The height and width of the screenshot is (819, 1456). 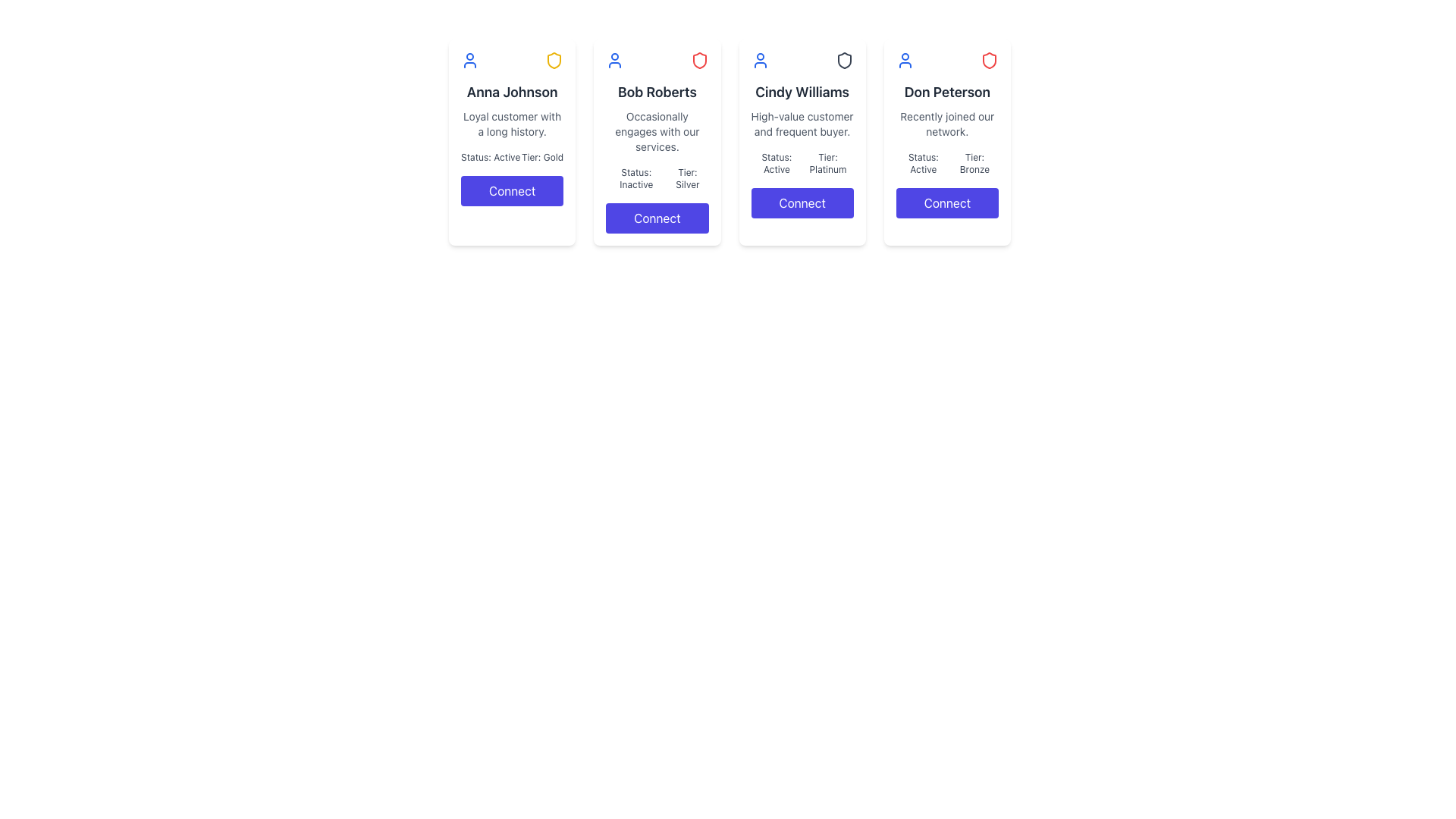 What do you see at coordinates (512, 124) in the screenshot?
I see `text segment stating 'Loyal customer with a long history.' located beneath 'Anna Johnson' within the leftmost profile card` at bounding box center [512, 124].